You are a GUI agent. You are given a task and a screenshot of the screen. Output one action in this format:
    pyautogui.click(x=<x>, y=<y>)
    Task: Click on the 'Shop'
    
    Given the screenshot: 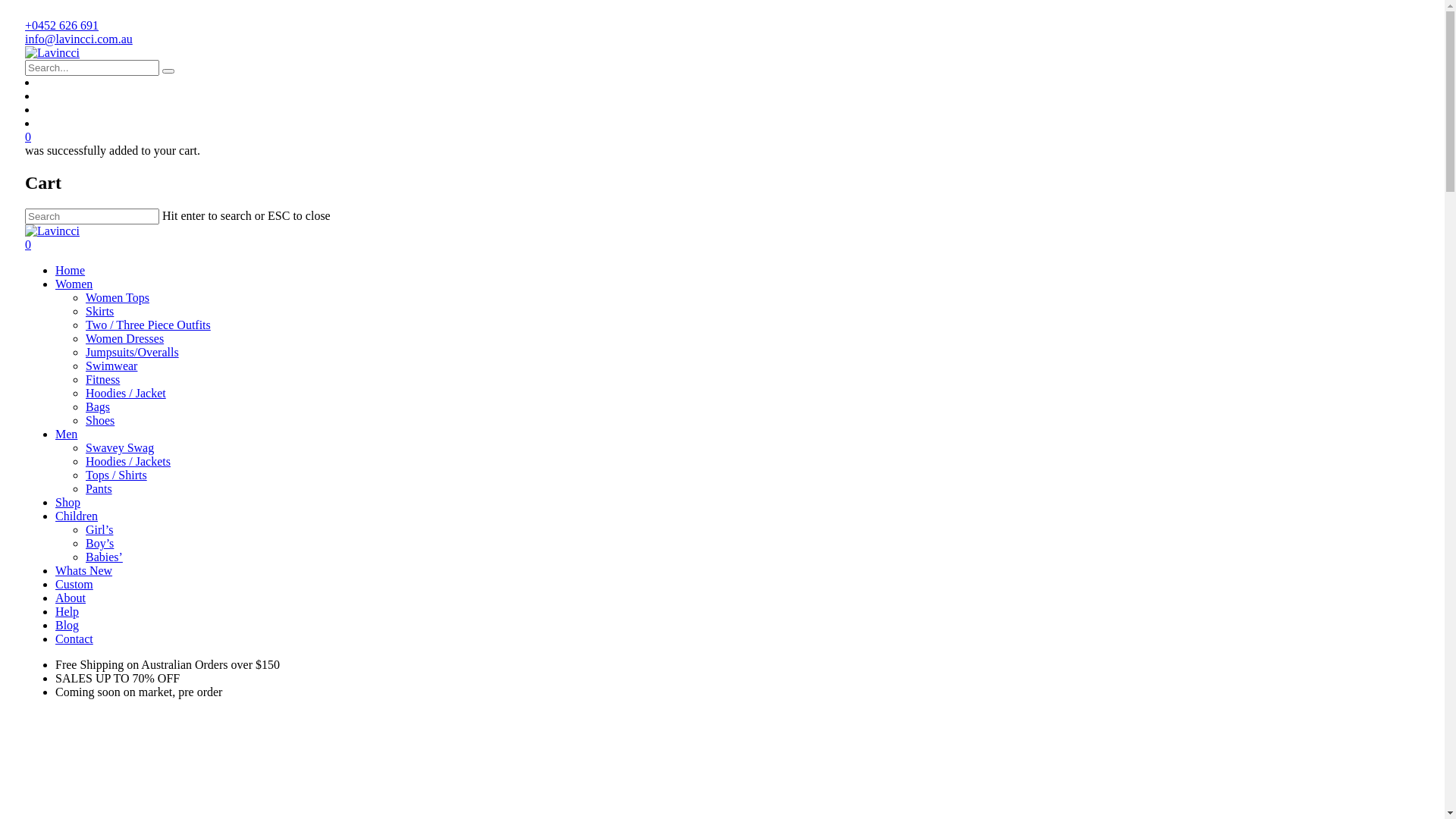 What is the action you would take?
    pyautogui.click(x=67, y=502)
    